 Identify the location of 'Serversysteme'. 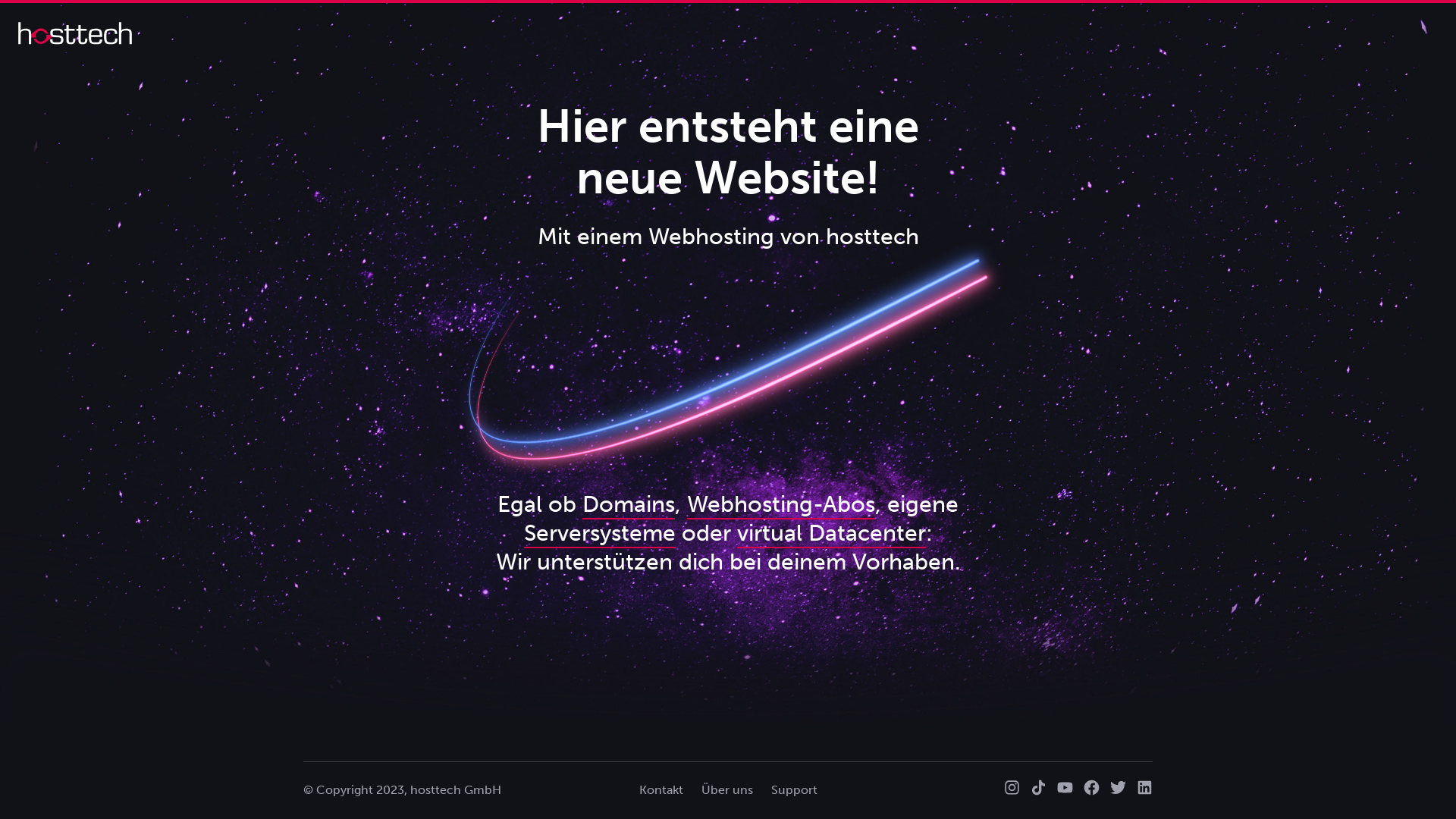
(598, 533).